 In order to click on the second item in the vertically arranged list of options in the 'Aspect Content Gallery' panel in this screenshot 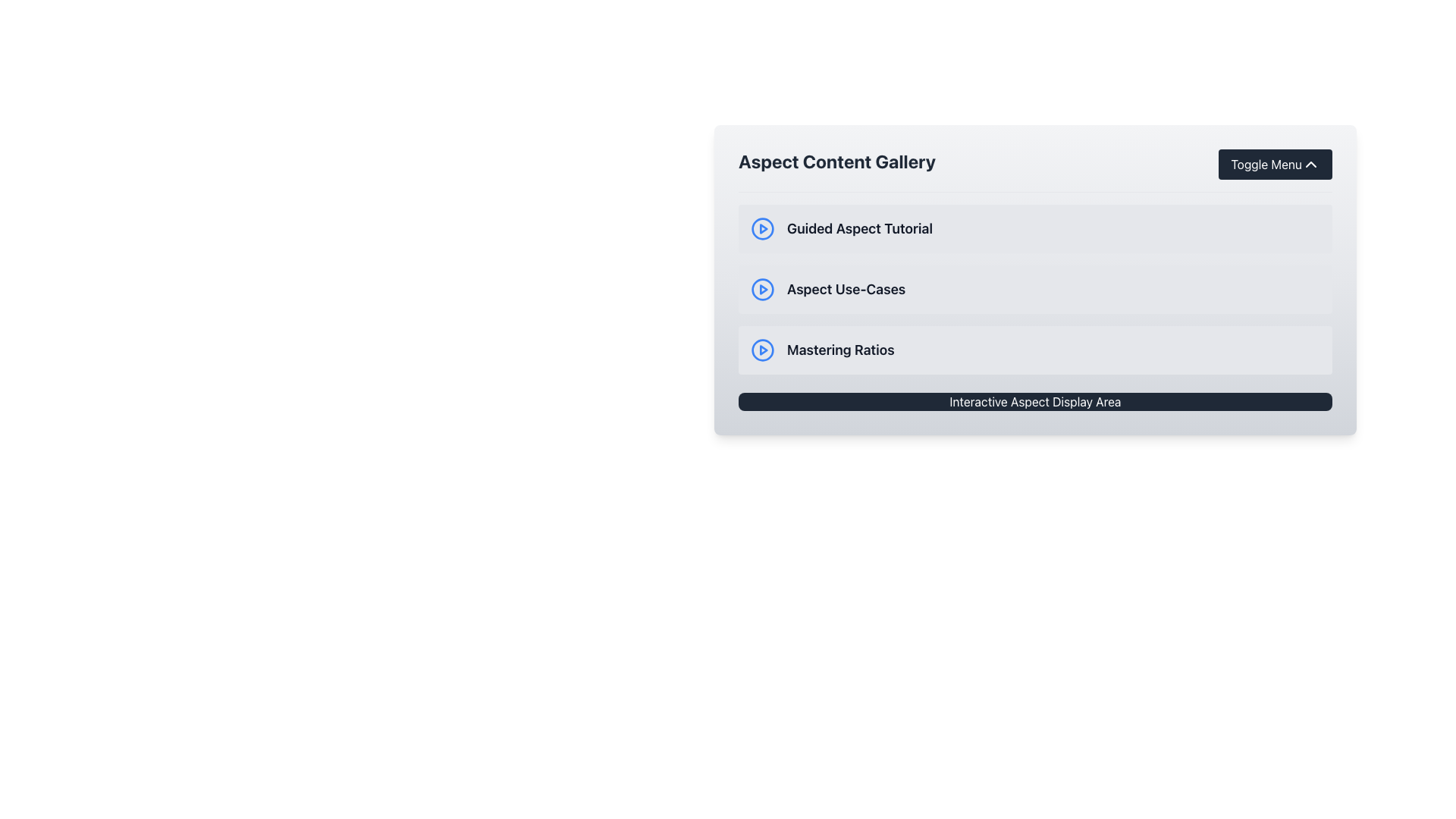, I will do `click(1034, 289)`.